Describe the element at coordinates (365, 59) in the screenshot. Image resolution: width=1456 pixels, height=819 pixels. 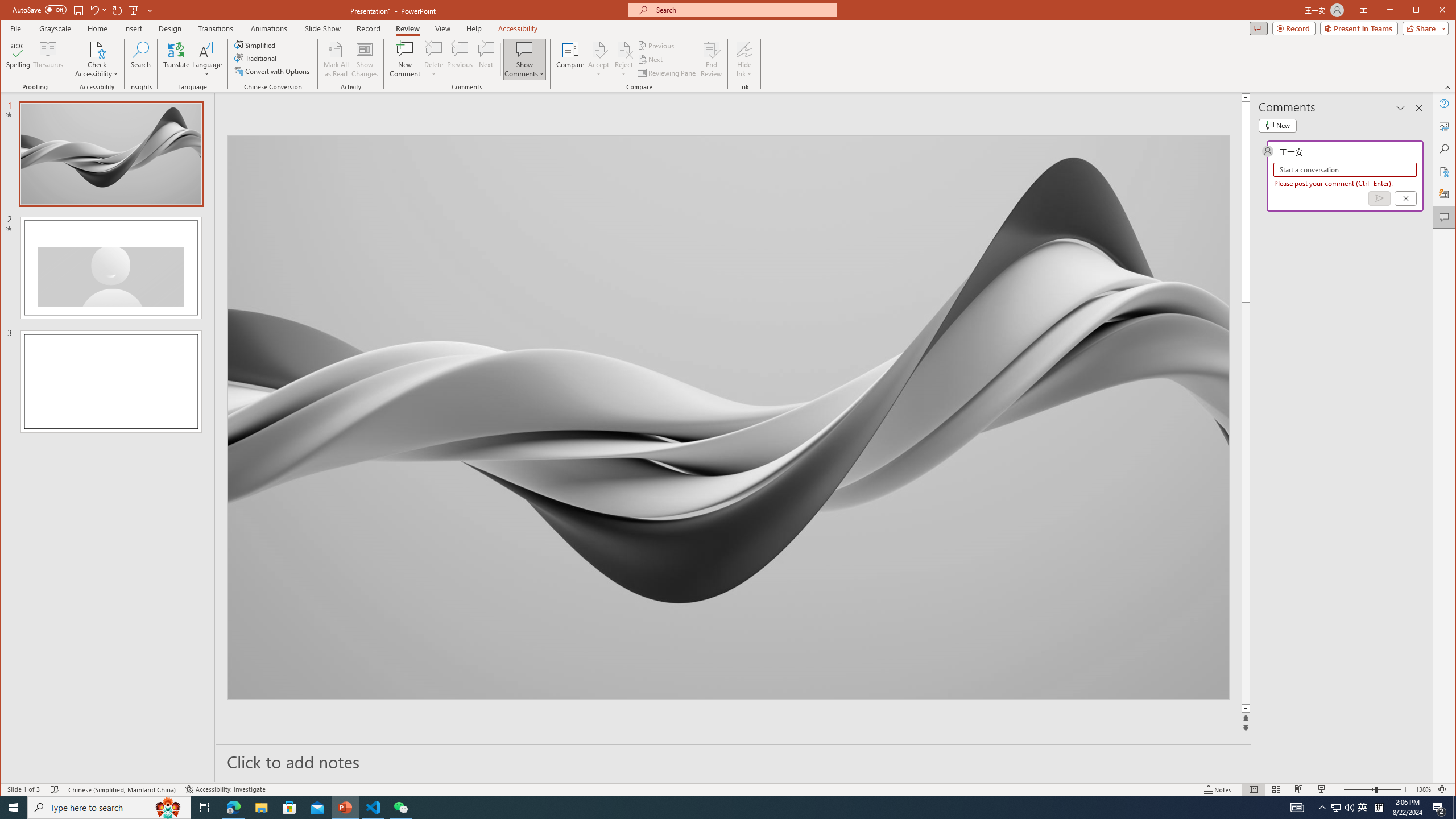
I see `'Show Changes'` at that location.